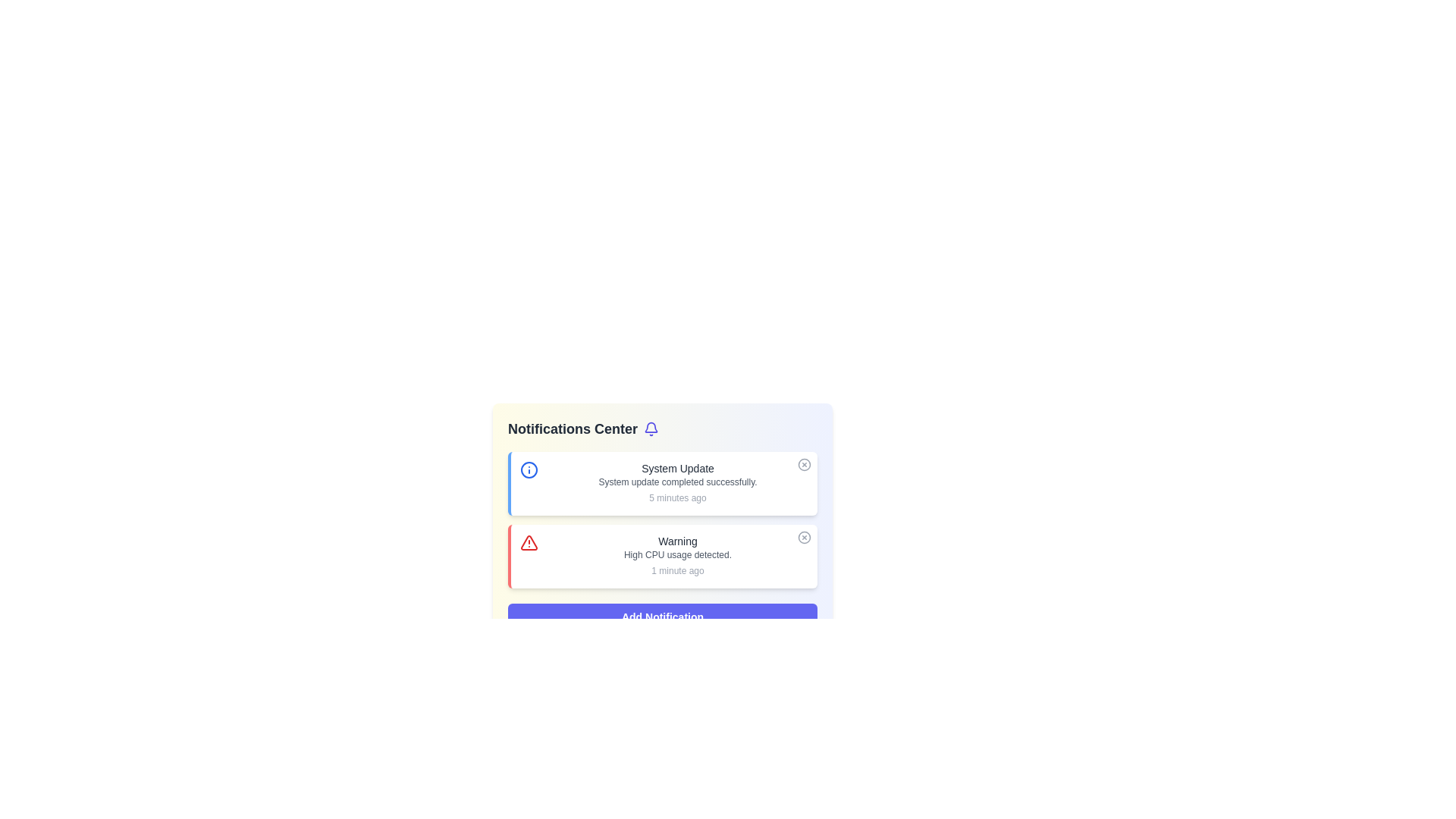  What do you see at coordinates (803, 537) in the screenshot?
I see `the dismiss button represented by a circular icon with a cross in the top-right corner of the 'High CPU usage detected.' notification` at bounding box center [803, 537].